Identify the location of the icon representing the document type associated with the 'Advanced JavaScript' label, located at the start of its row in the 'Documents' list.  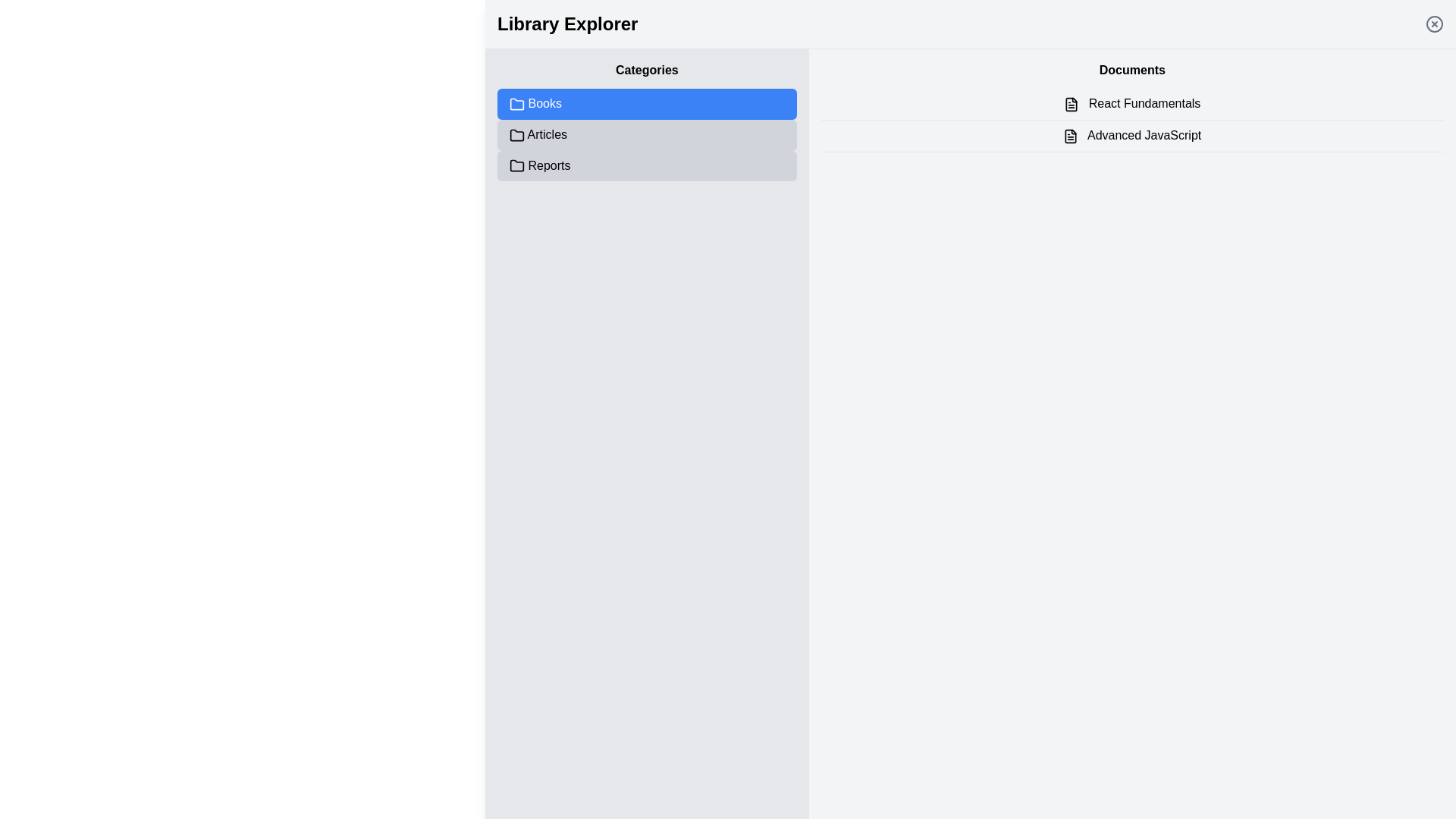
(1070, 135).